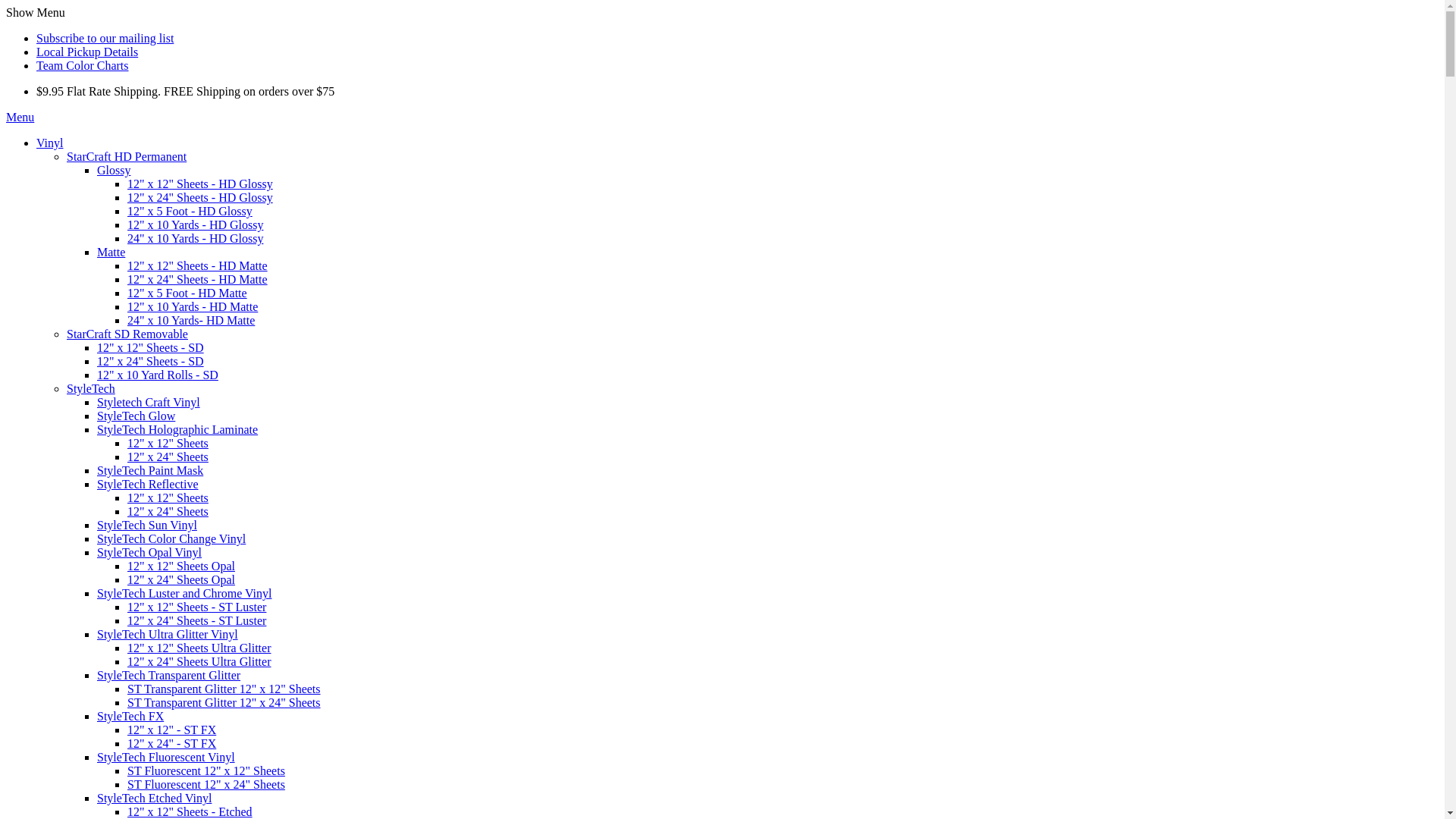 Image resolution: width=1456 pixels, height=819 pixels. Describe the element at coordinates (127, 293) in the screenshot. I see `'12" x 5 Foot - HD Matte'` at that location.